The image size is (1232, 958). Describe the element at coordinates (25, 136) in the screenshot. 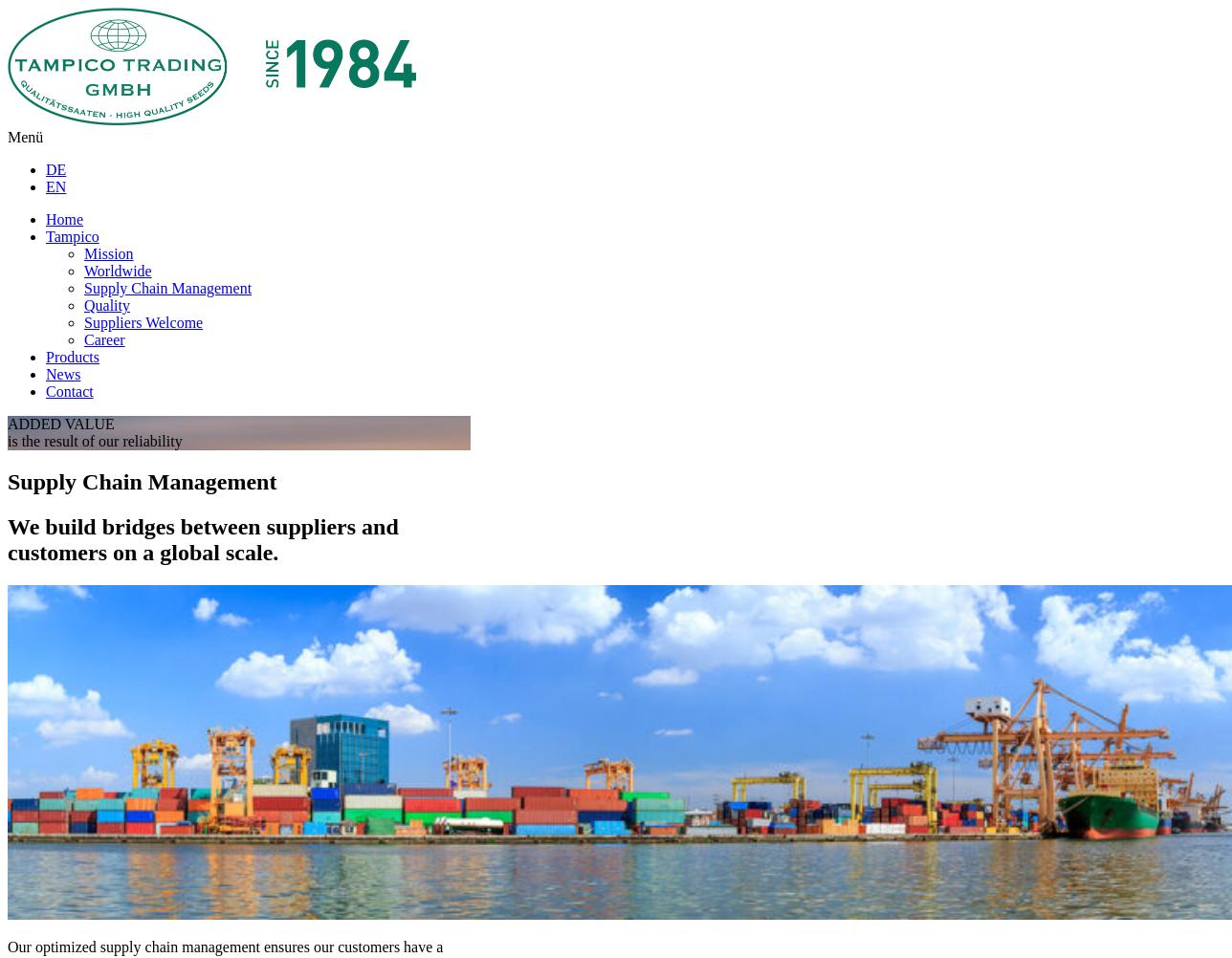

I see `'Menü'` at that location.